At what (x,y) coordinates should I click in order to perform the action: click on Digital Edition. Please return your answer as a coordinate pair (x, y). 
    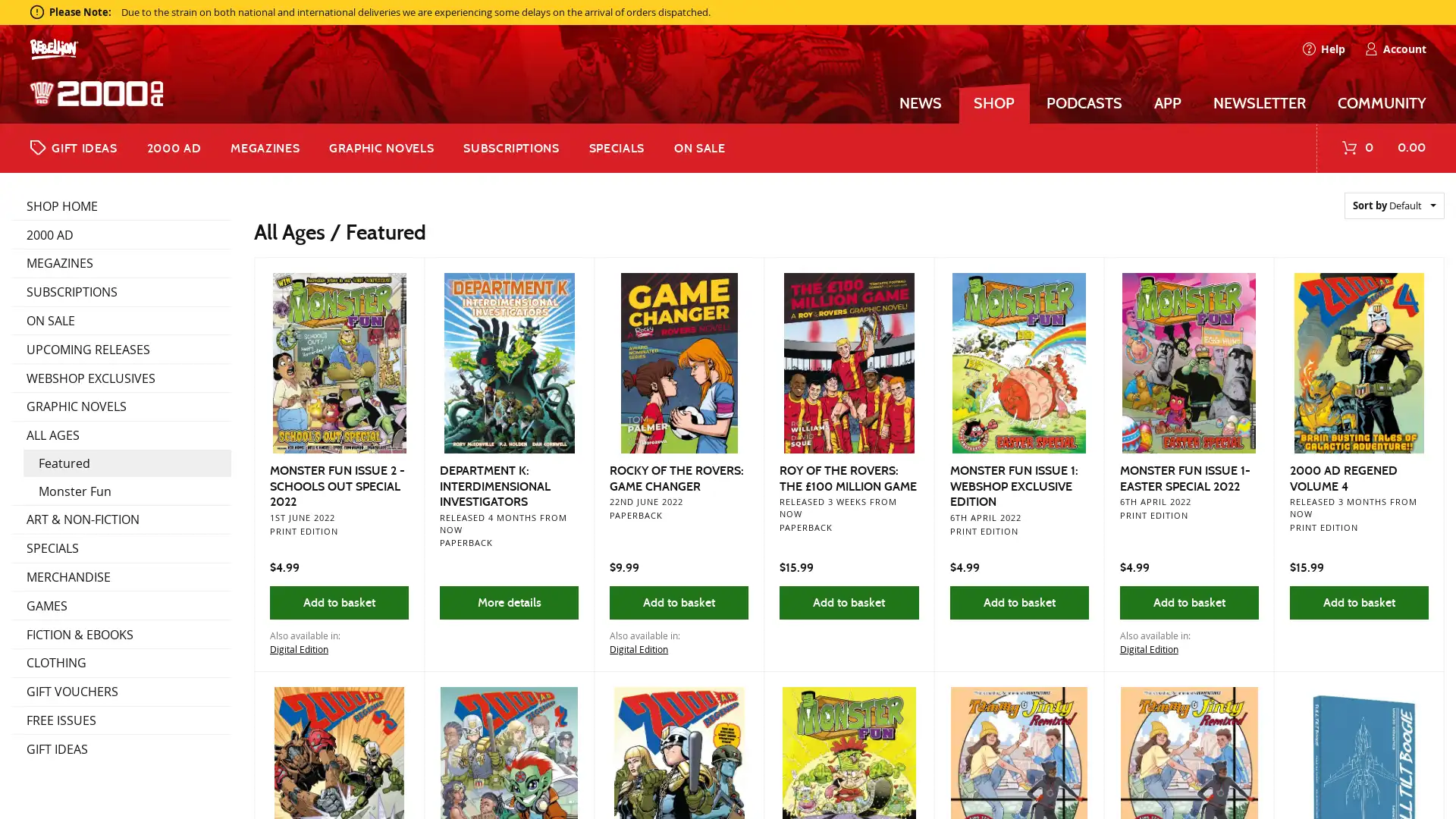
    Looking at the image, I should click on (298, 648).